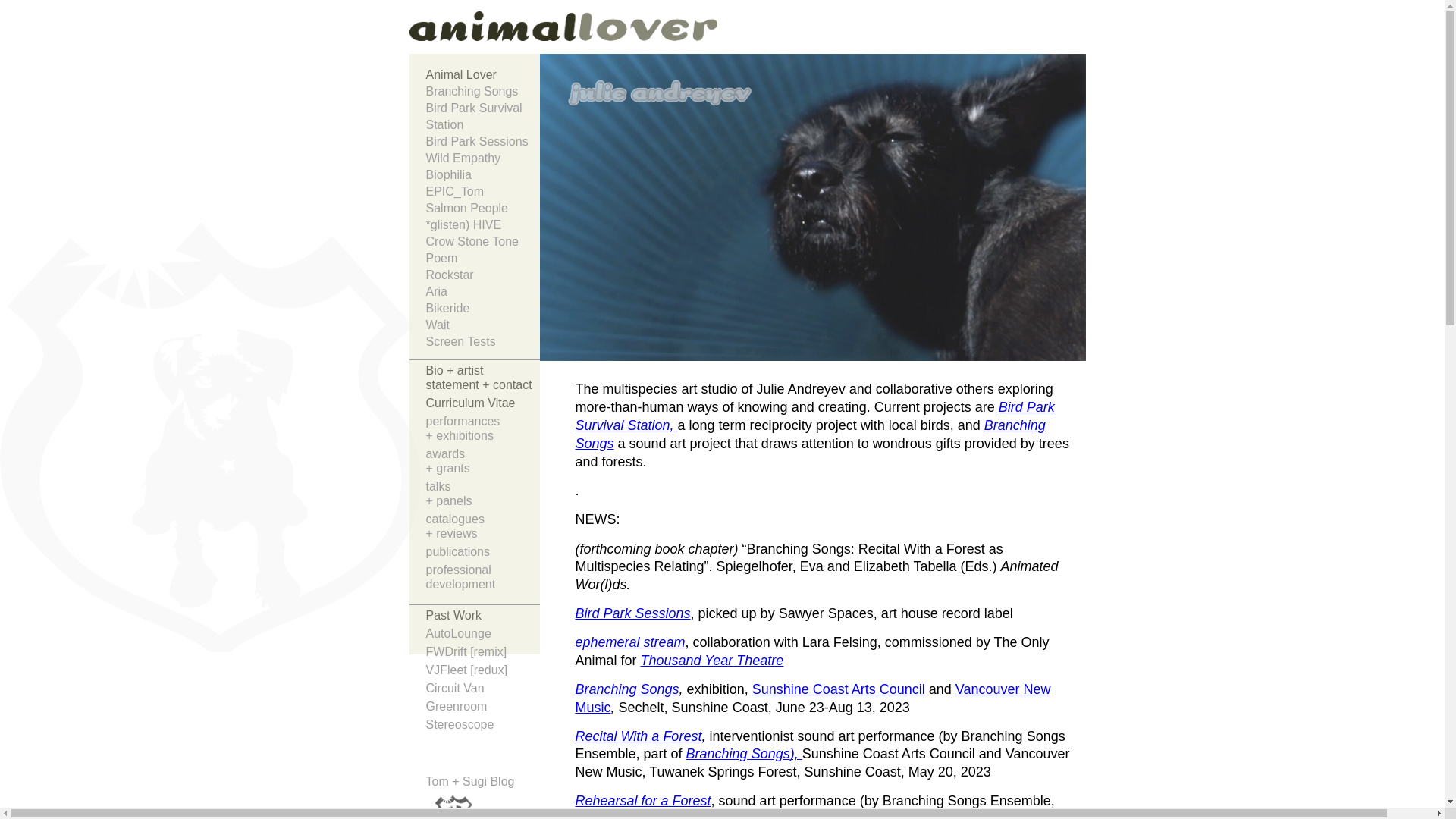 The image size is (1456, 819). What do you see at coordinates (482, 495) in the screenshot?
I see `'talks` at bounding box center [482, 495].